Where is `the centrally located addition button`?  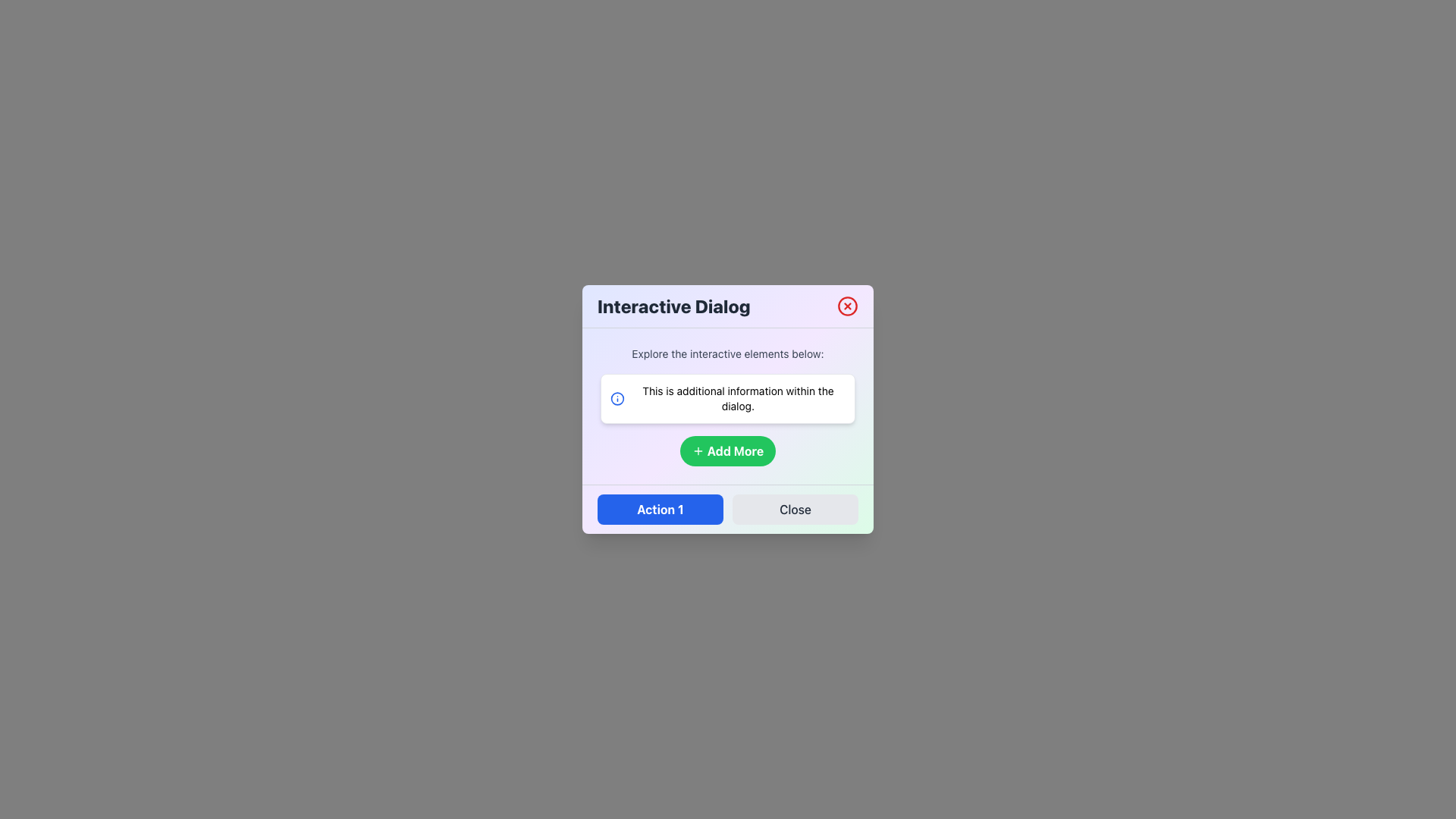 the centrally located addition button is located at coordinates (728, 450).